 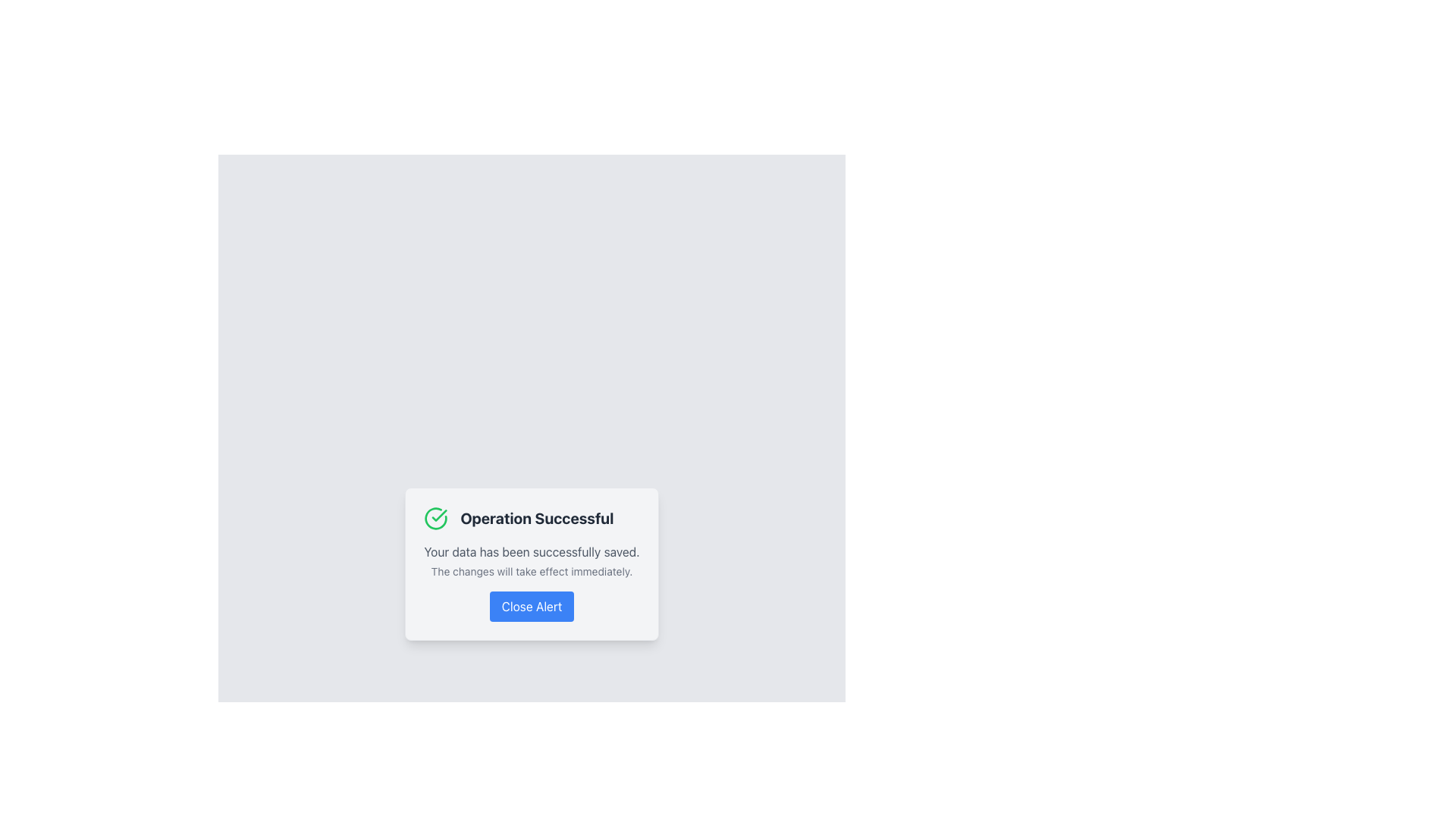 I want to click on the confirmation message text block that indicates a data-saving operation has completed successfully, located in the alert box under the heading 'Operation Successful', so click(x=532, y=561).